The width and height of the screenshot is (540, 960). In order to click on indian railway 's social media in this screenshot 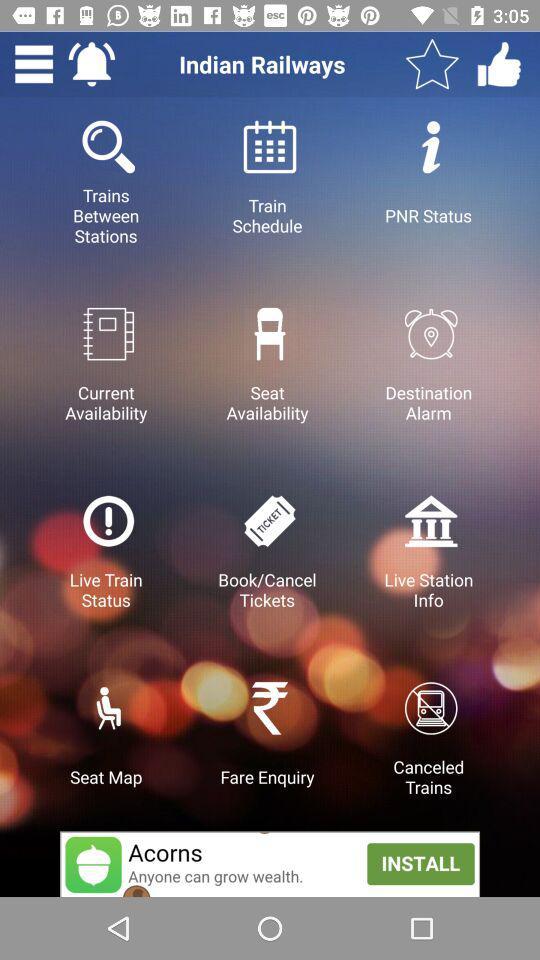, I will do `click(498, 64)`.